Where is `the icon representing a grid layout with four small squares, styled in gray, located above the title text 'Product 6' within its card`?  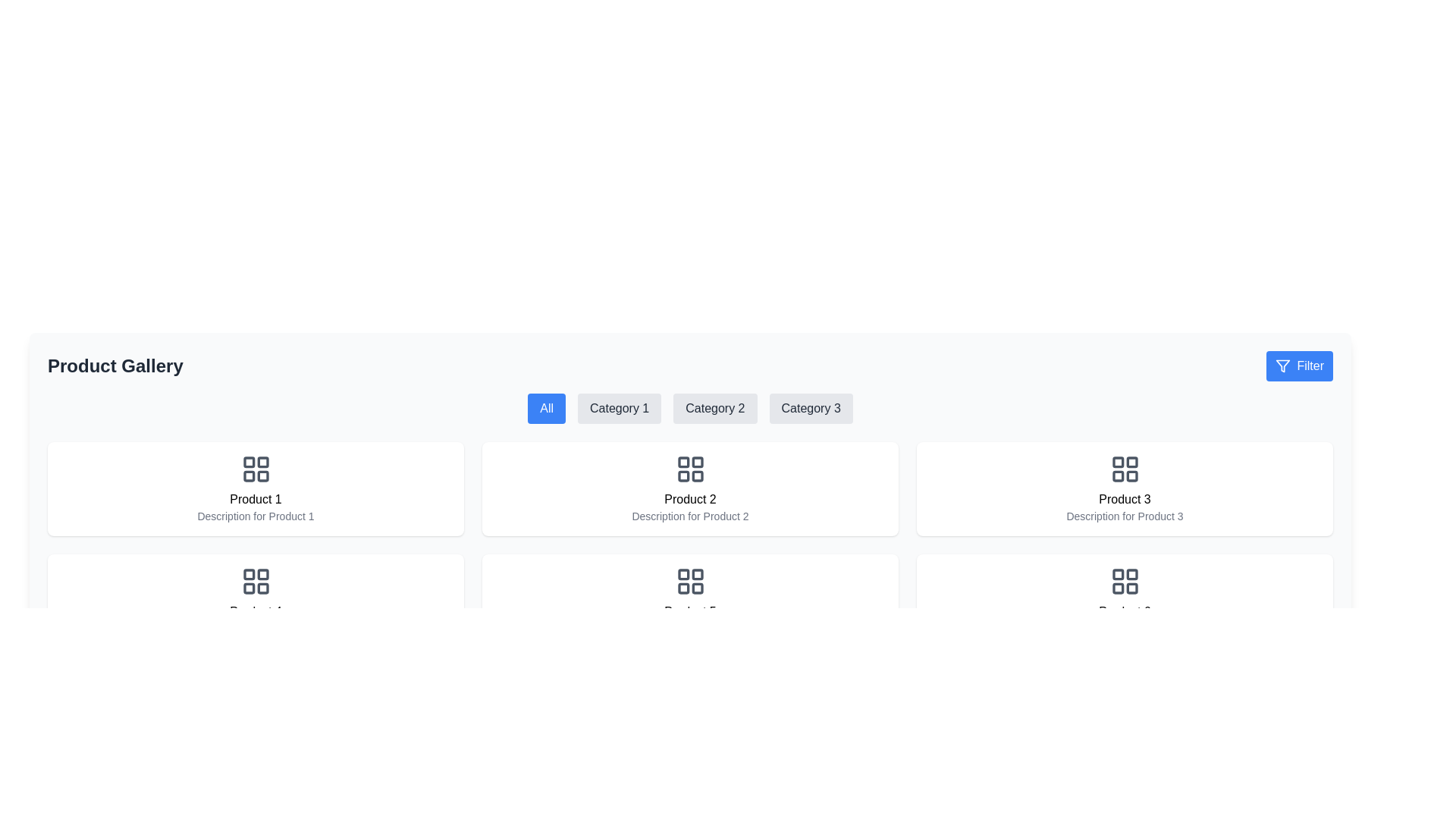
the icon representing a grid layout with four small squares, styled in gray, located above the title text 'Product 6' within its card is located at coordinates (1125, 581).